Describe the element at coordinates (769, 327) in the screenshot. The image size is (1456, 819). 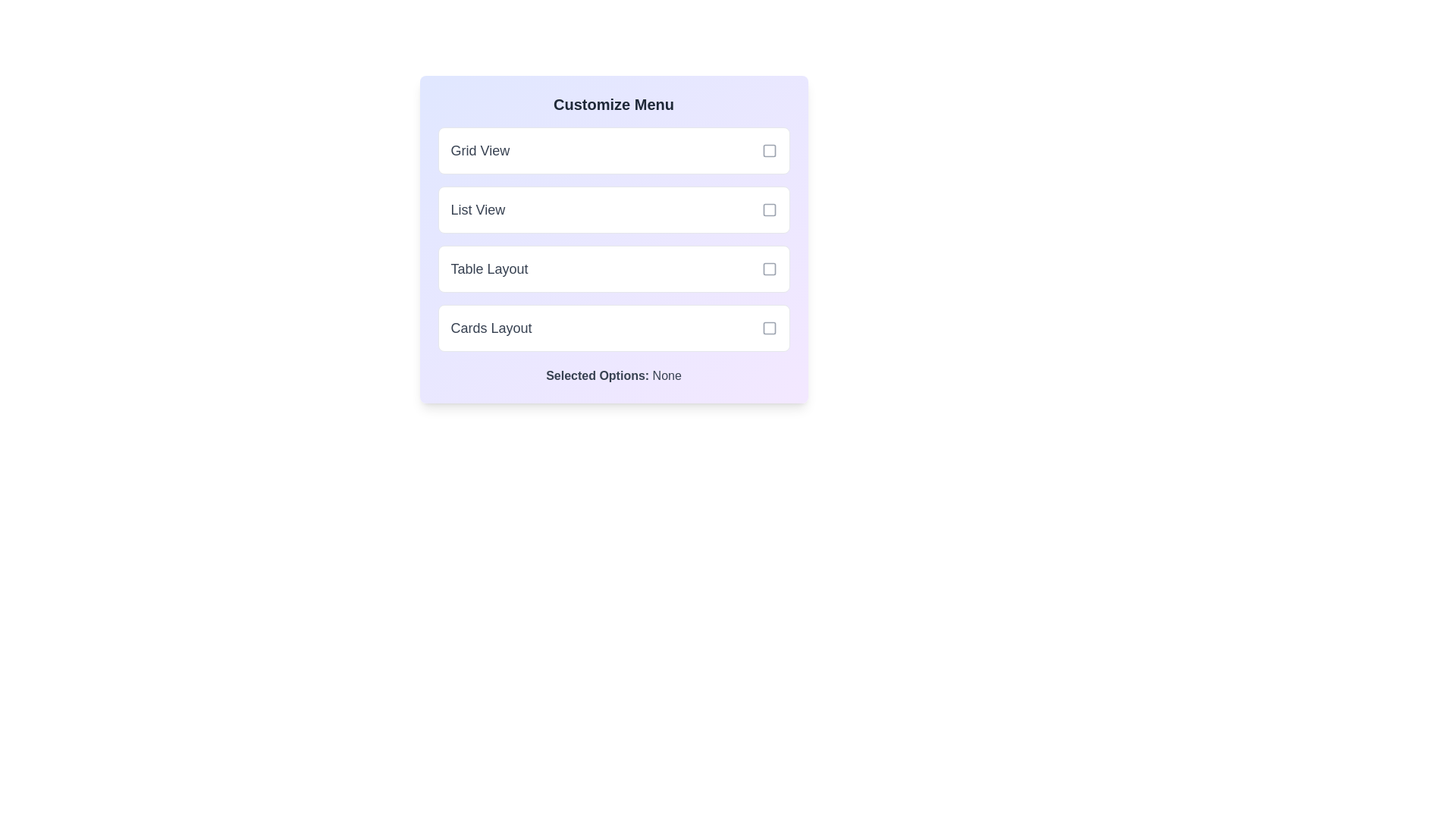
I see `the fourth icon` at that location.